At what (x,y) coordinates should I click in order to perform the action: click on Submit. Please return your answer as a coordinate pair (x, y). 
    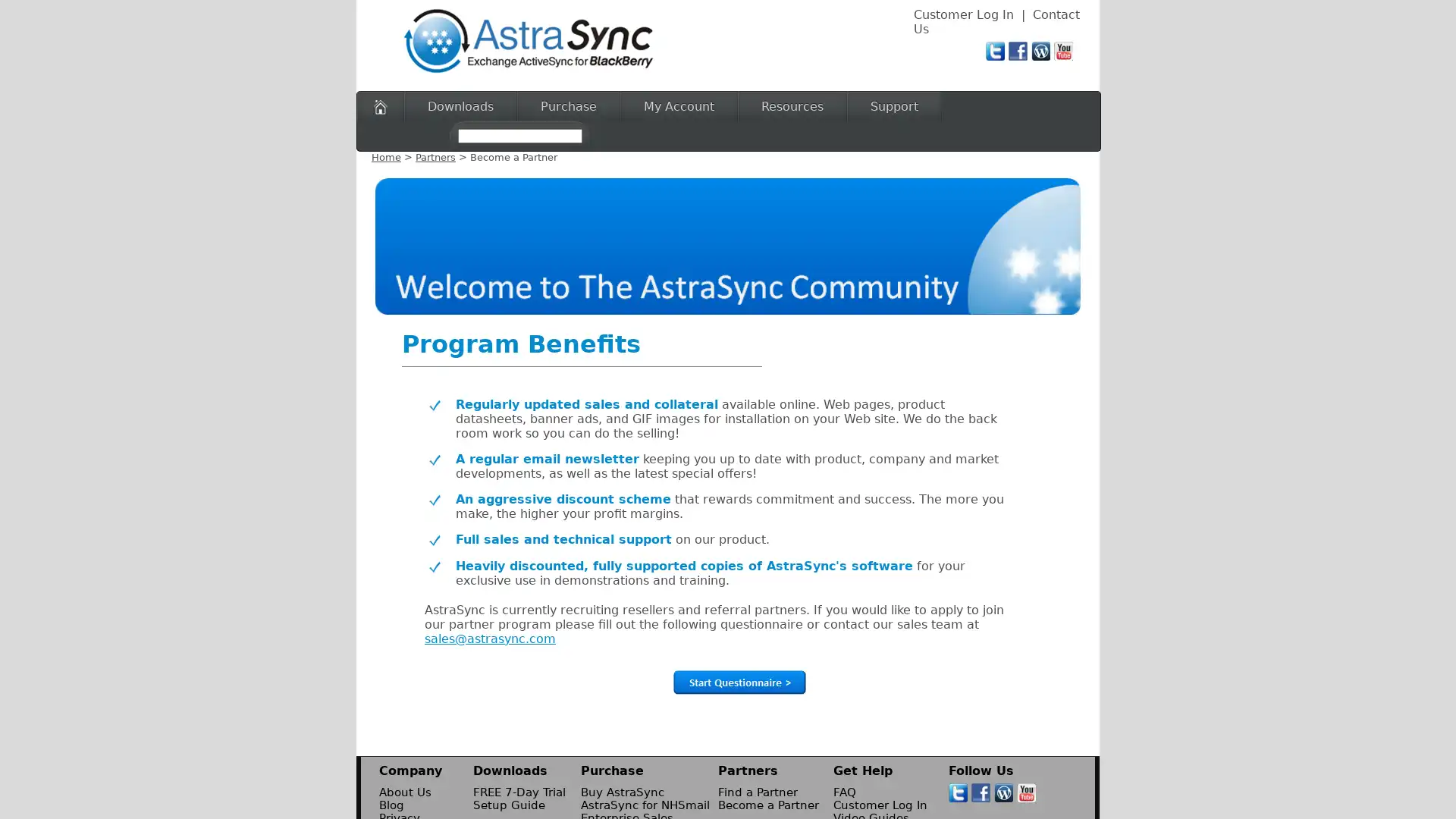
    Looking at the image, I should click on (739, 681).